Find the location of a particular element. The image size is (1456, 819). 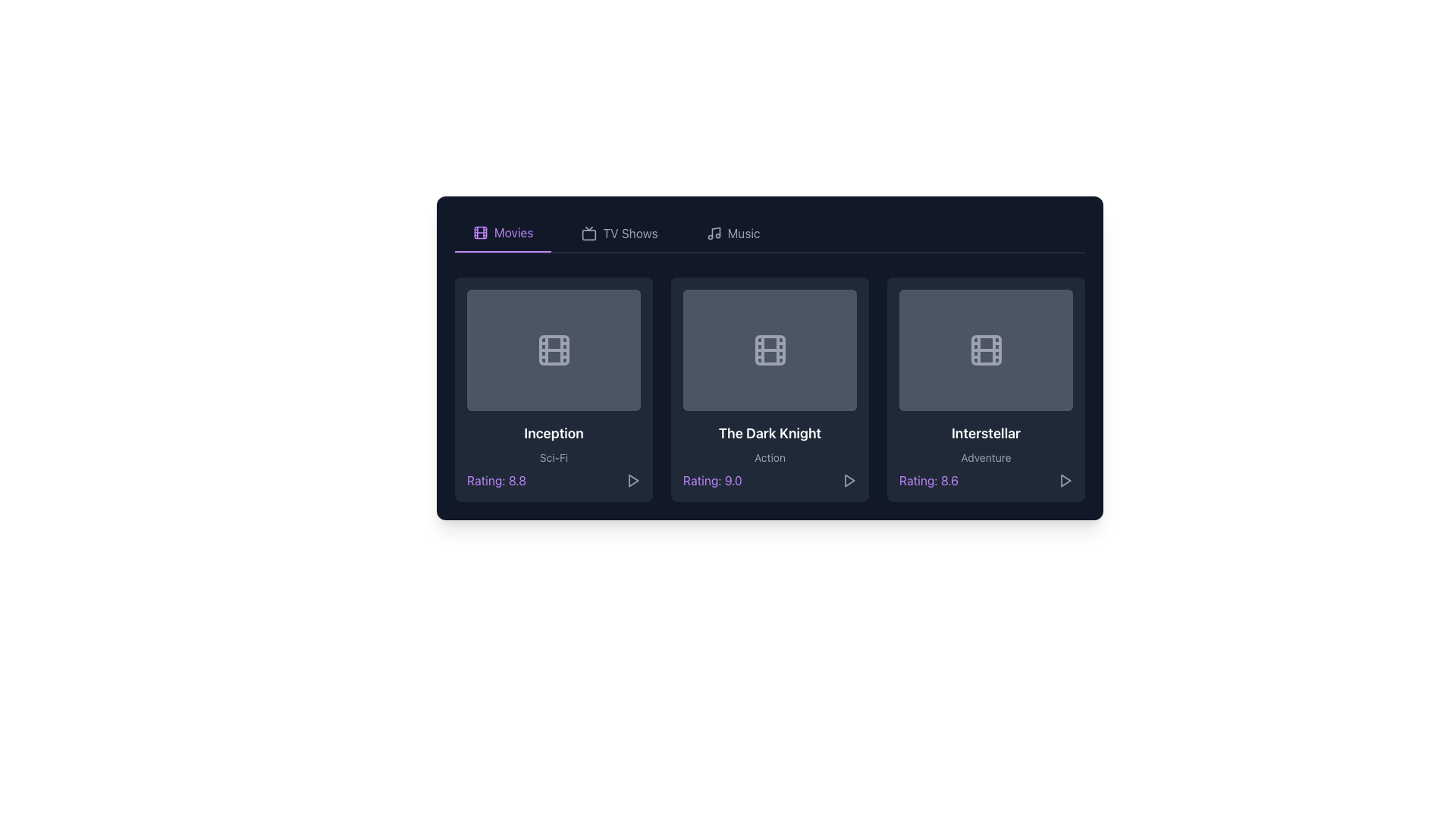

numerical rating displayed below the card title 'The Dark Knight' in the middle card of the horizontal card layout is located at coordinates (711, 480).